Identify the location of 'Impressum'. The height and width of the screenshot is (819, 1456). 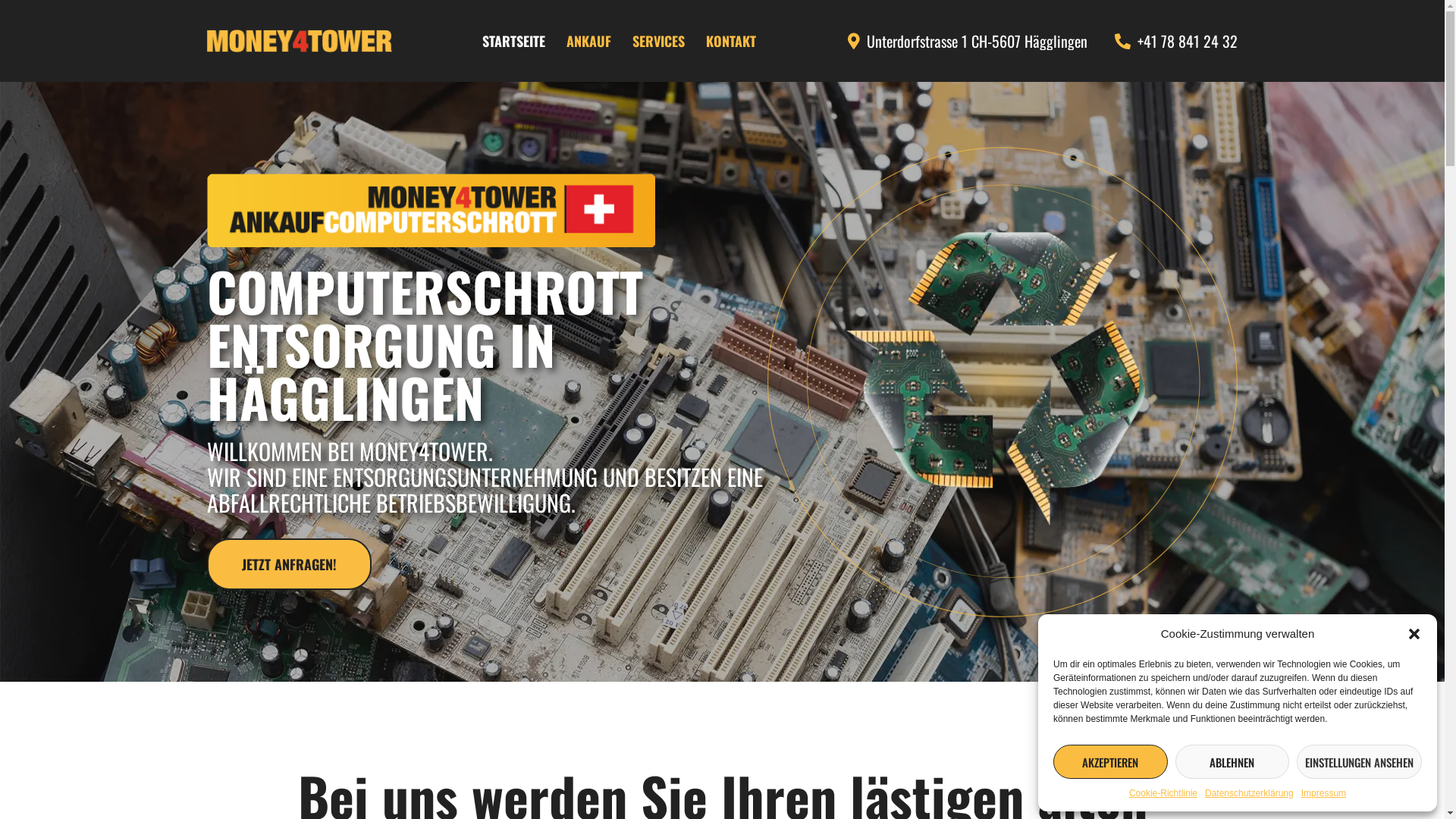
(1323, 792).